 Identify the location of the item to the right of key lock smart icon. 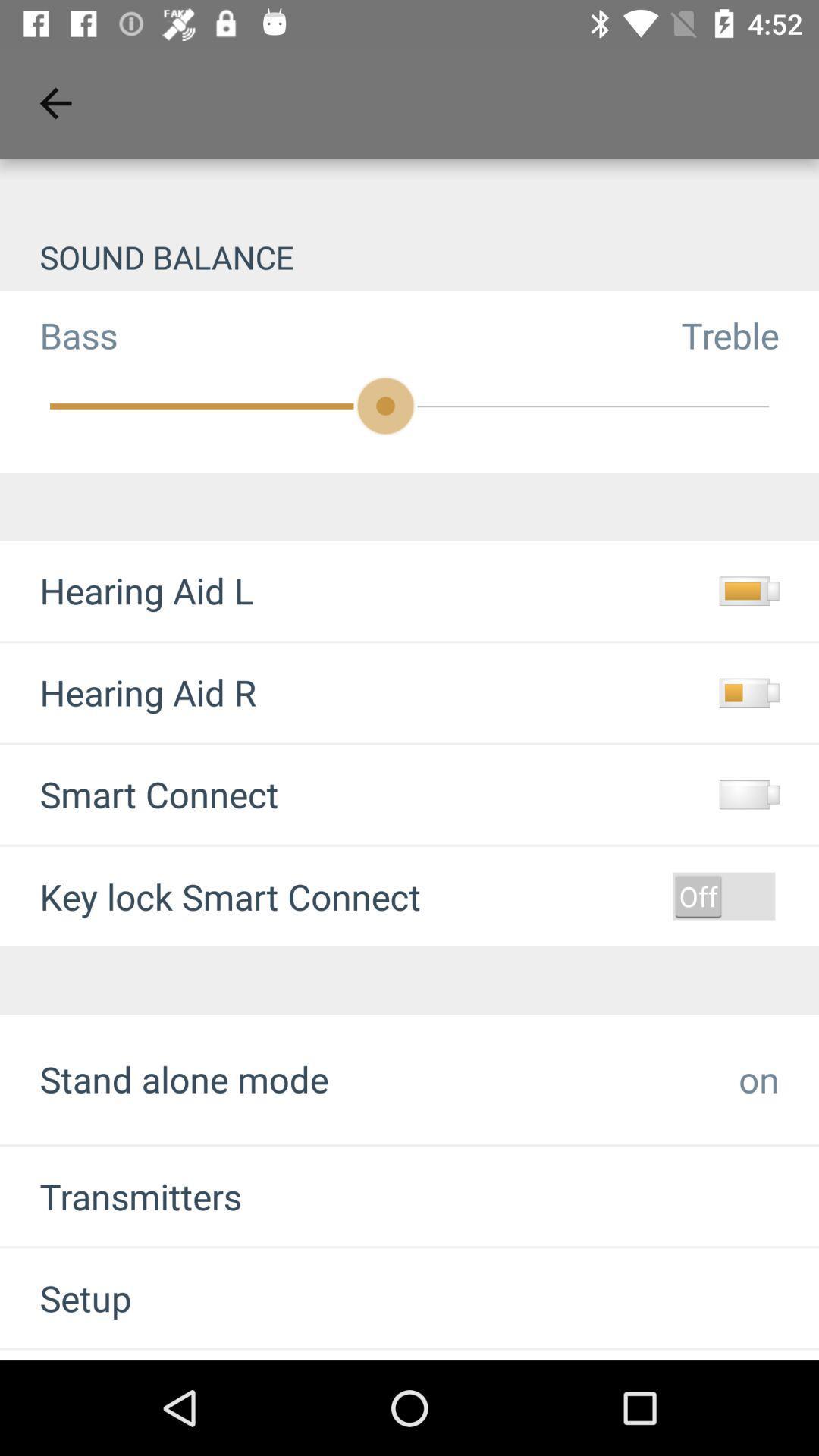
(723, 896).